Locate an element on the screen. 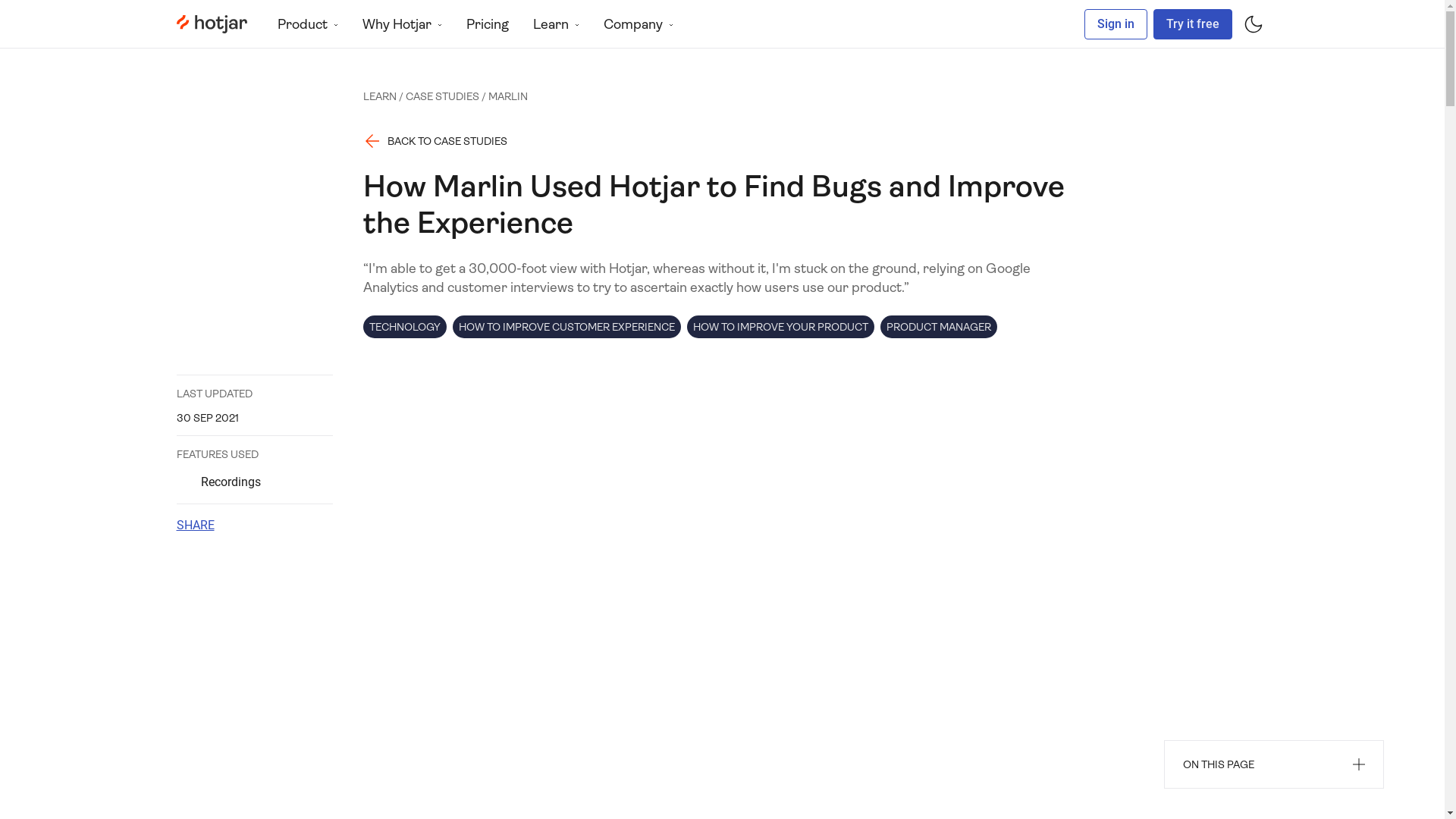 The width and height of the screenshot is (1456, 819). 'SHARE' is located at coordinates (194, 525).